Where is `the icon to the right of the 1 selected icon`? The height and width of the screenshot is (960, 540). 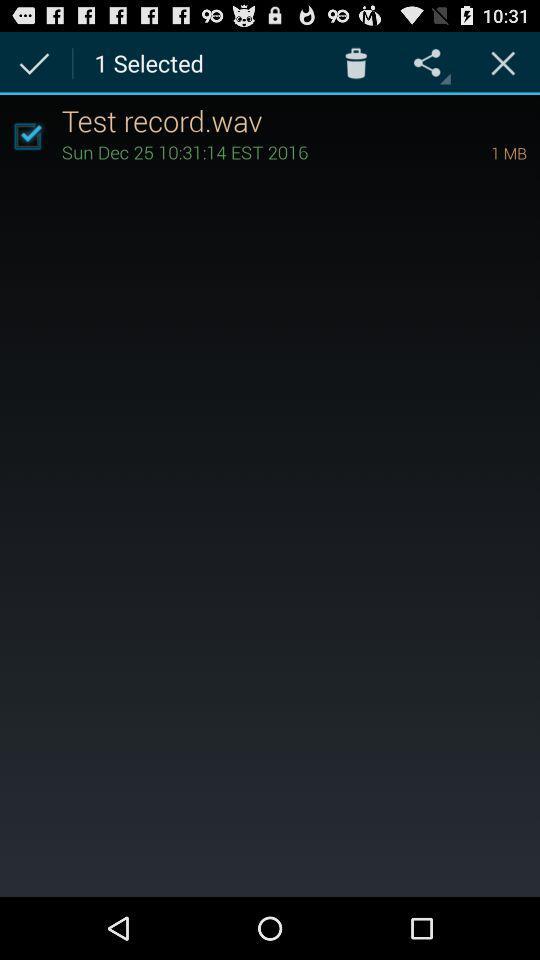
the icon to the right of the 1 selected icon is located at coordinates (355, 62).